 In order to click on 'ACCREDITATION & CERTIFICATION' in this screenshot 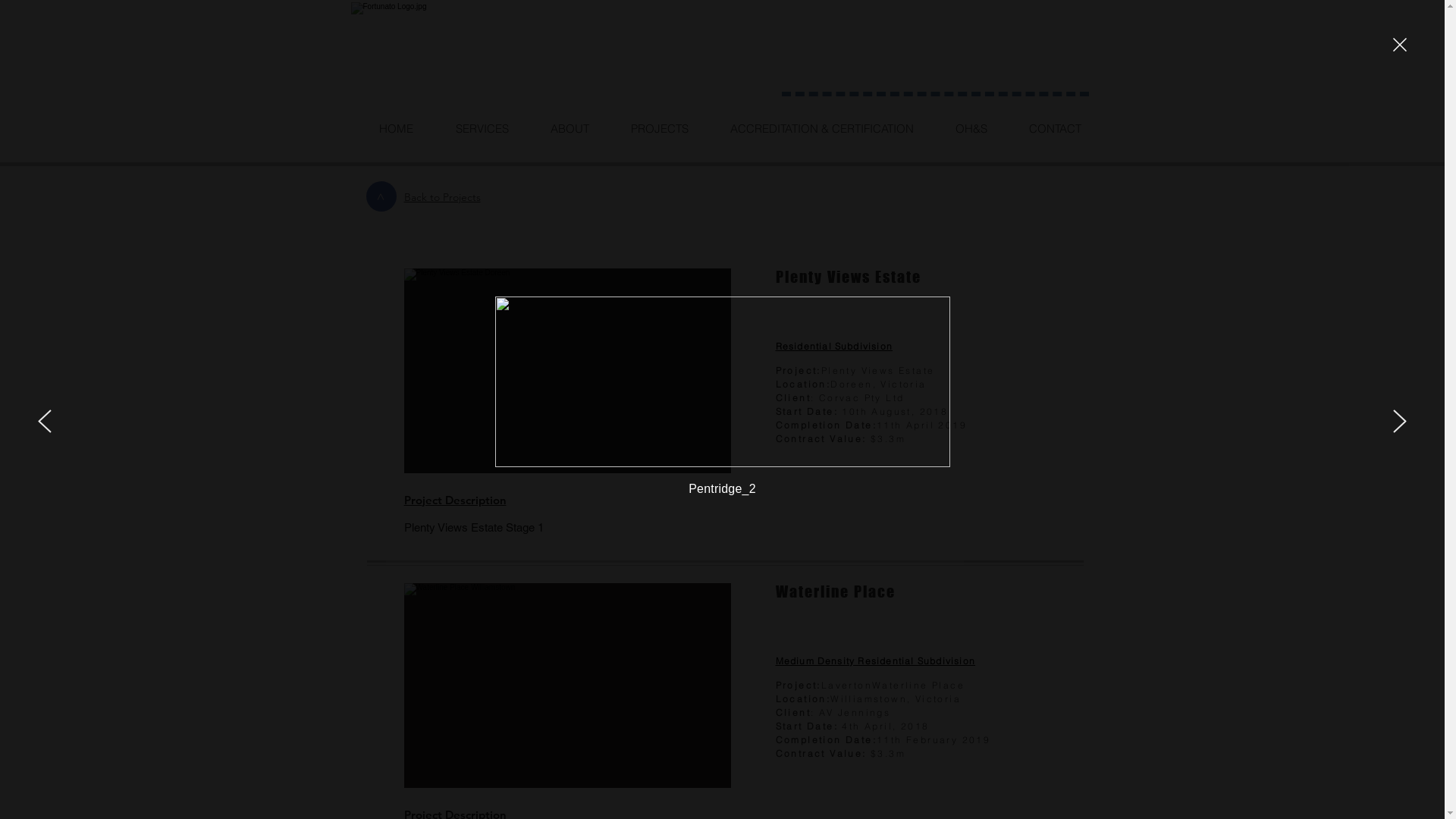, I will do `click(820, 127)`.